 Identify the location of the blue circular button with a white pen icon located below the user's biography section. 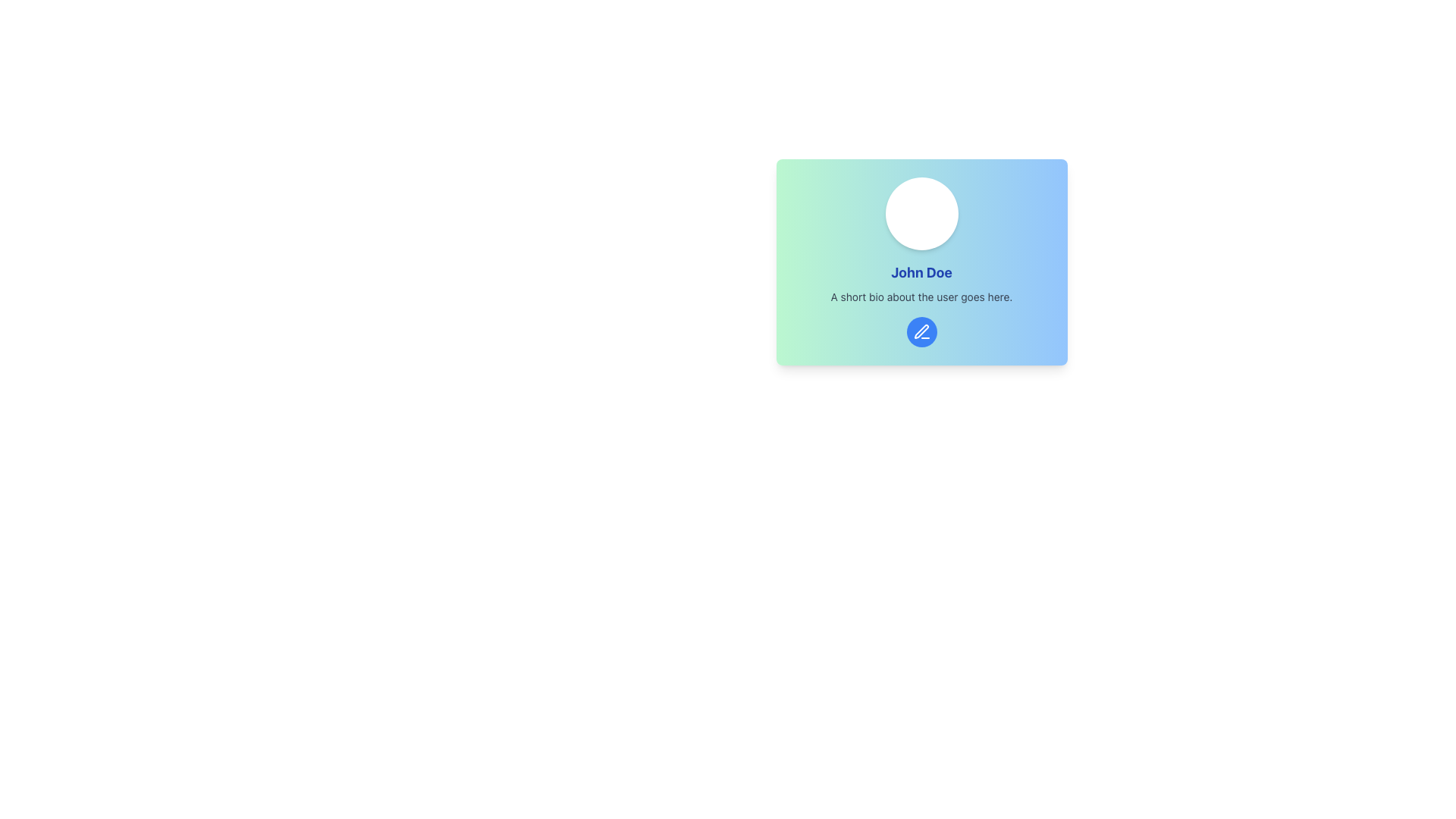
(921, 331).